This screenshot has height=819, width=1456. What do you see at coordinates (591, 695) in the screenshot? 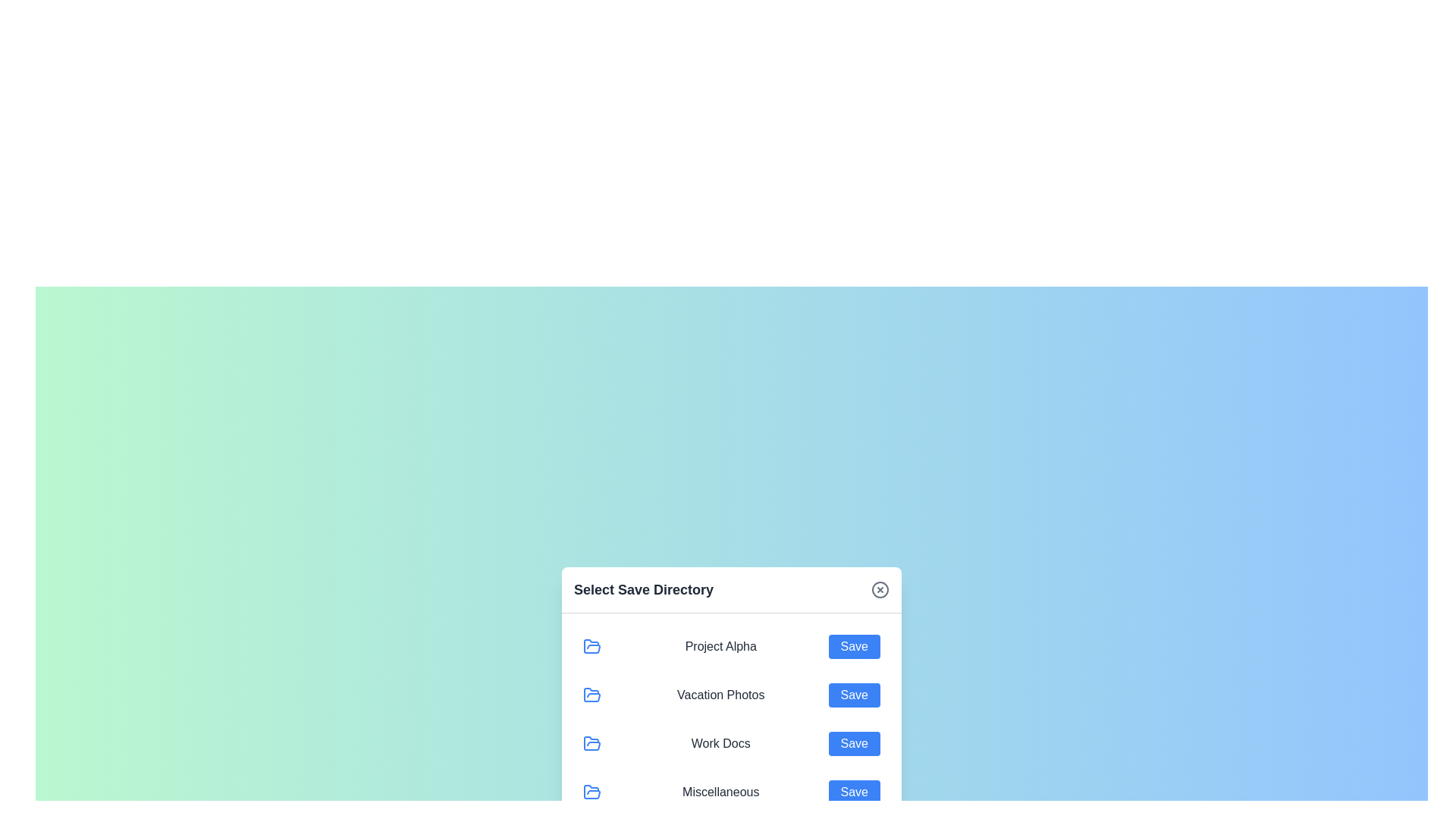
I see `the directory icon for Vacation Photos` at bounding box center [591, 695].